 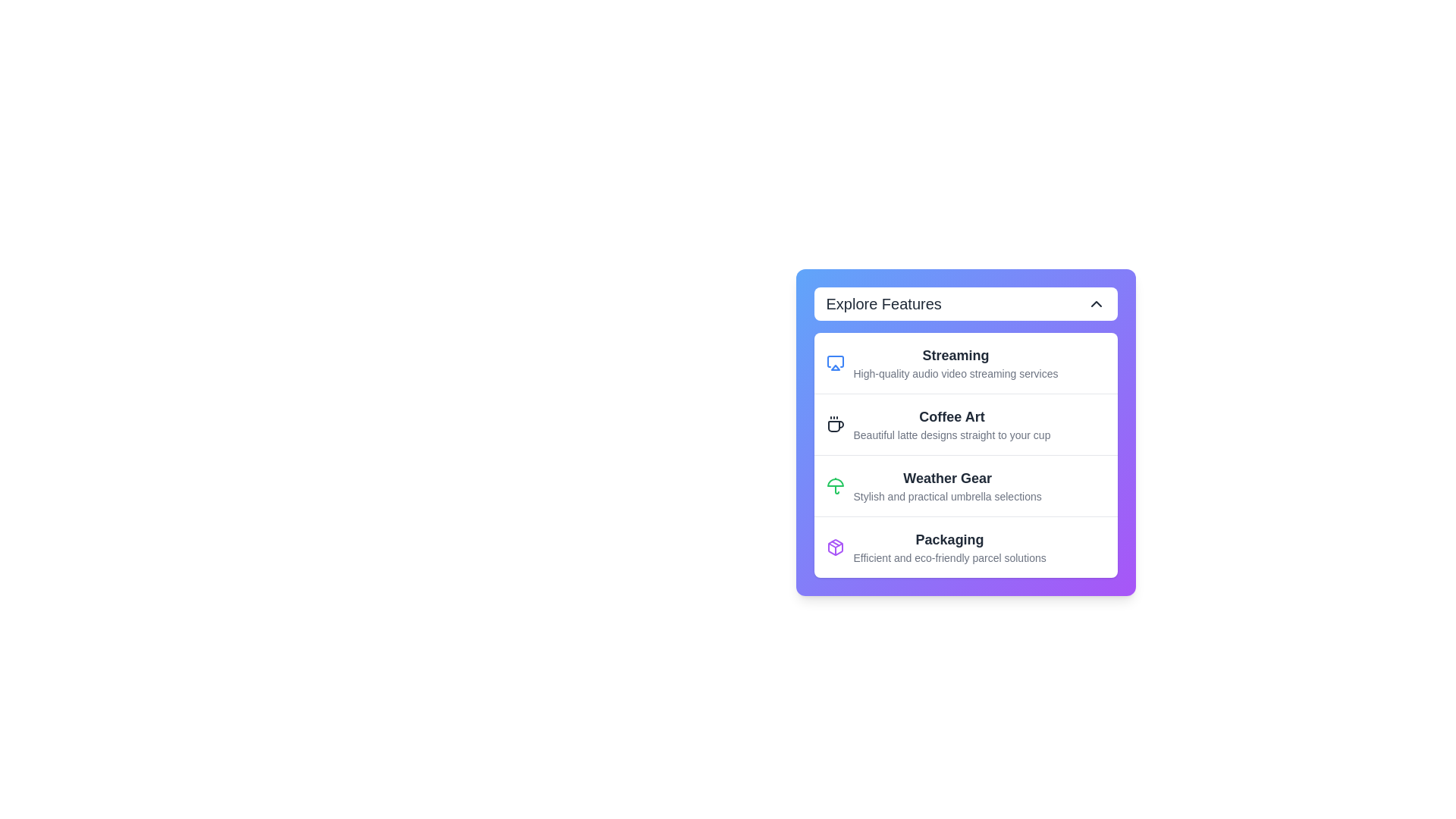 What do you see at coordinates (834, 485) in the screenshot?
I see `the 'Weather Gear' icon located at the top-left corner of the 'Weather Gear' section in the 'Explore Features' menu` at bounding box center [834, 485].